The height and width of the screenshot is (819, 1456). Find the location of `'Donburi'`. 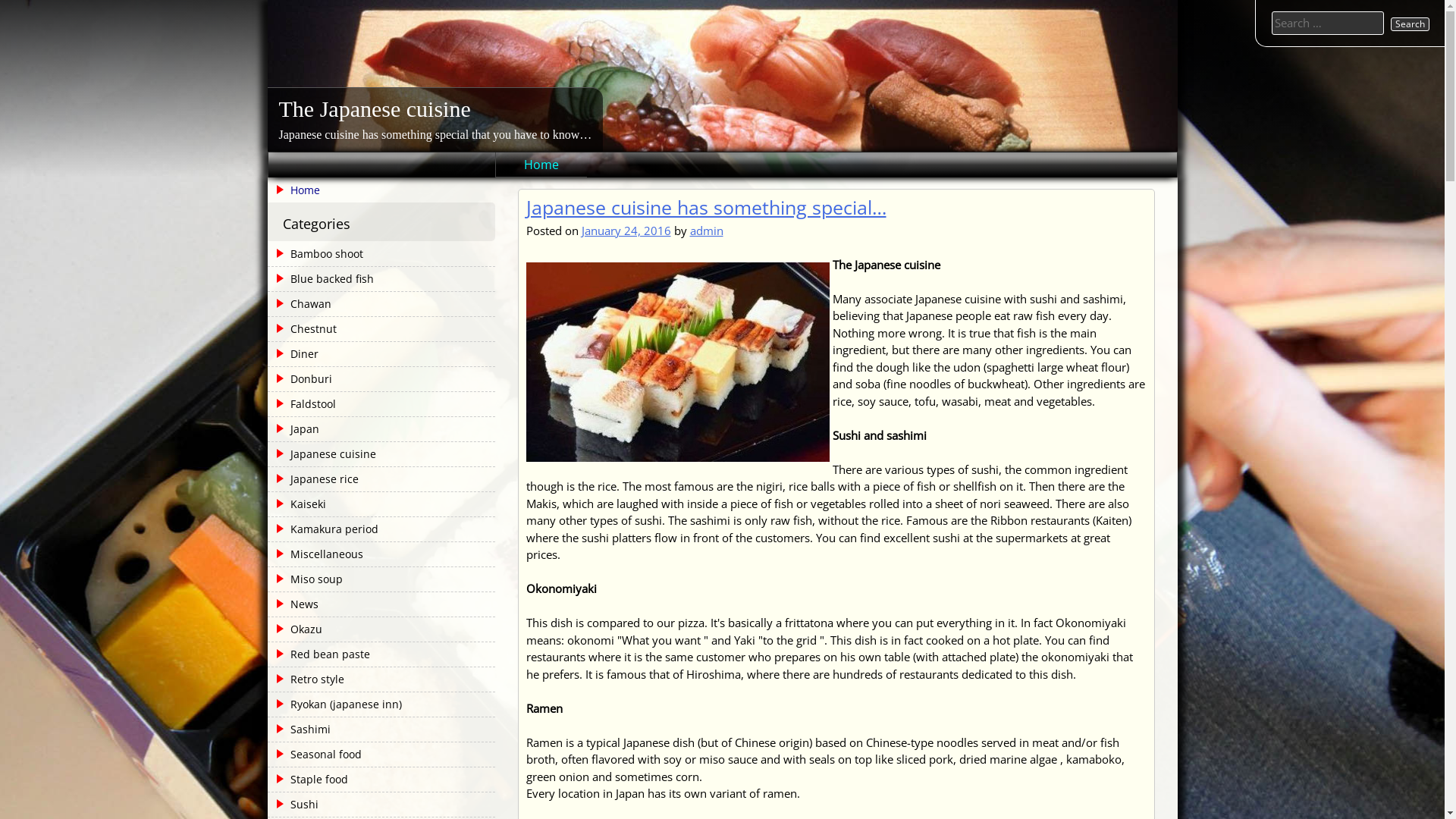

'Donburi' is located at coordinates (301, 378).